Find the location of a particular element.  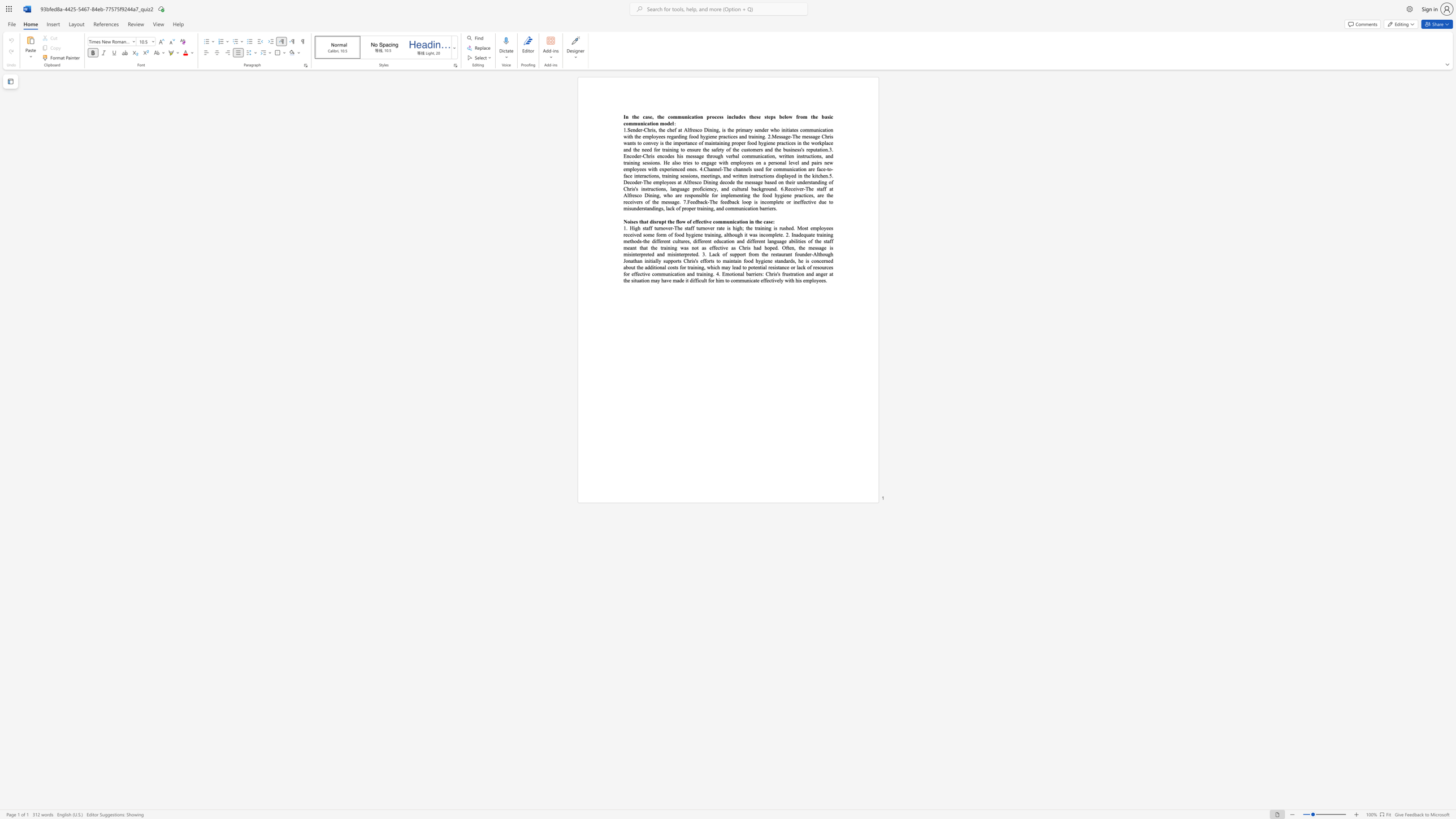

the 1th character "s" in the text is located at coordinates (654, 129).